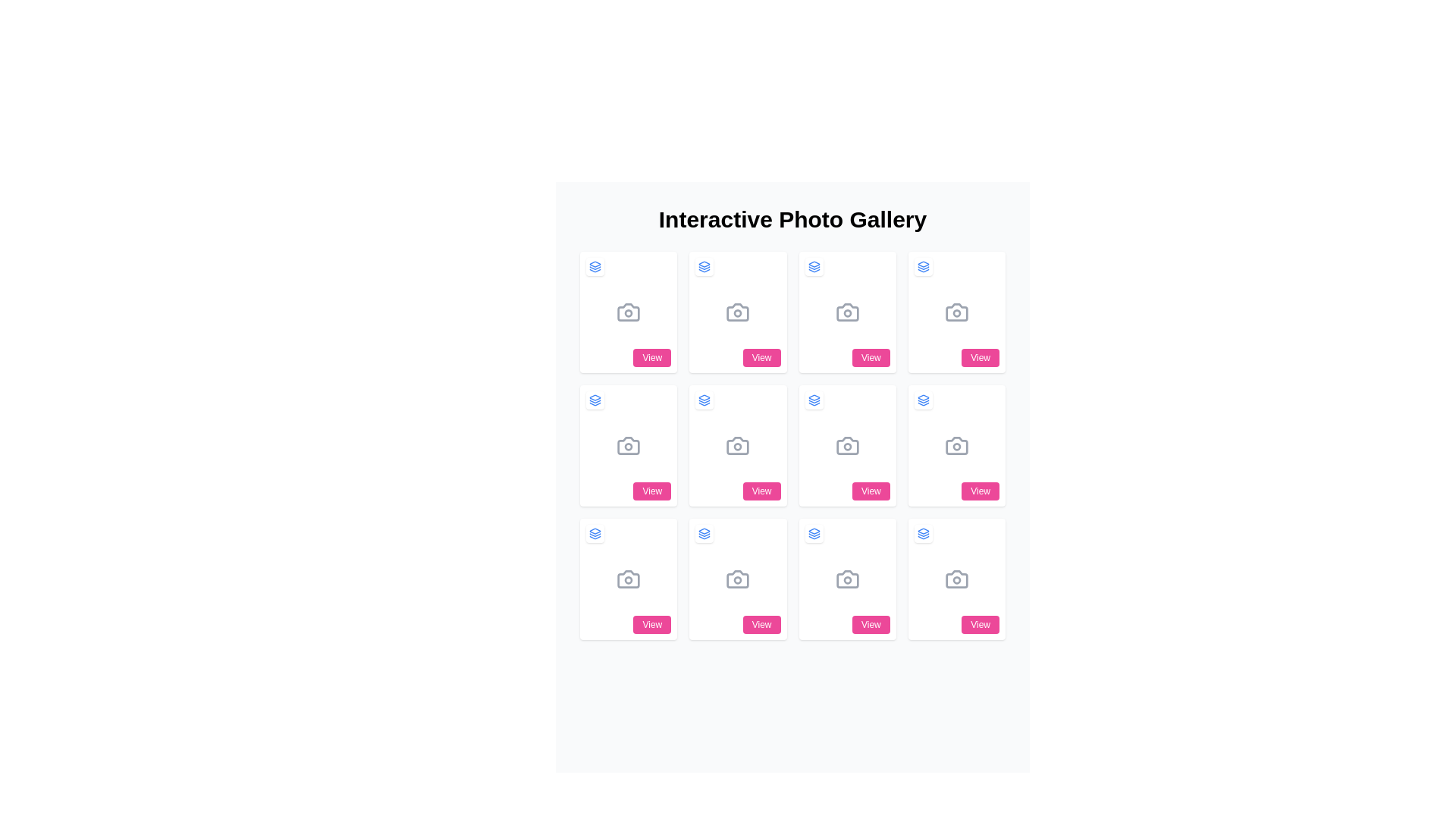  Describe the element at coordinates (738, 444) in the screenshot. I see `the decorative vector graphic of the camera icon, which is part of the interactive photo gallery grid layout` at that location.